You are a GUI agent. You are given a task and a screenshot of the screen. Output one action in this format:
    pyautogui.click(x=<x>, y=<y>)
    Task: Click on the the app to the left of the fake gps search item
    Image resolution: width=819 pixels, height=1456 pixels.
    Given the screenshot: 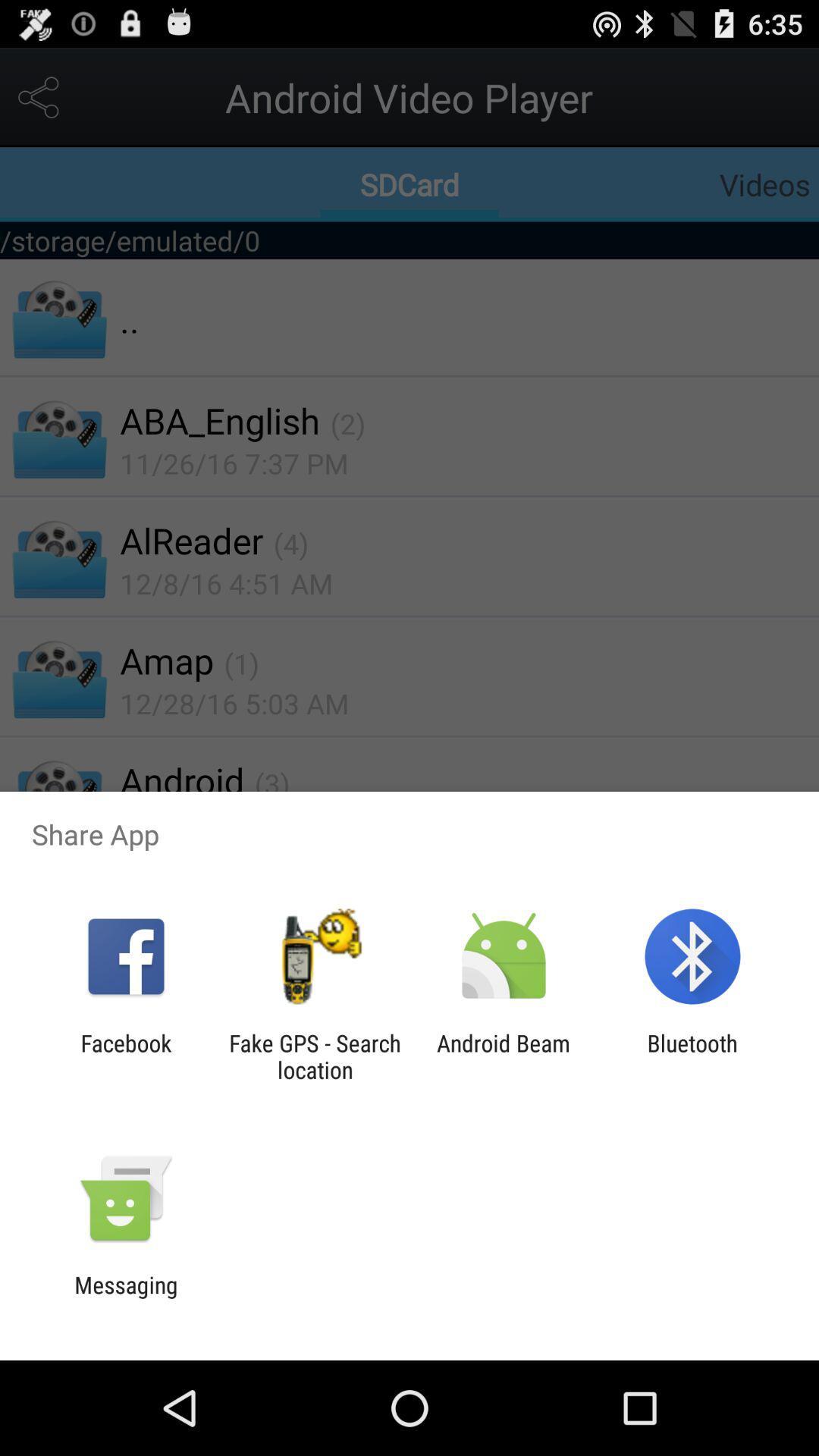 What is the action you would take?
    pyautogui.click(x=125, y=1056)
    